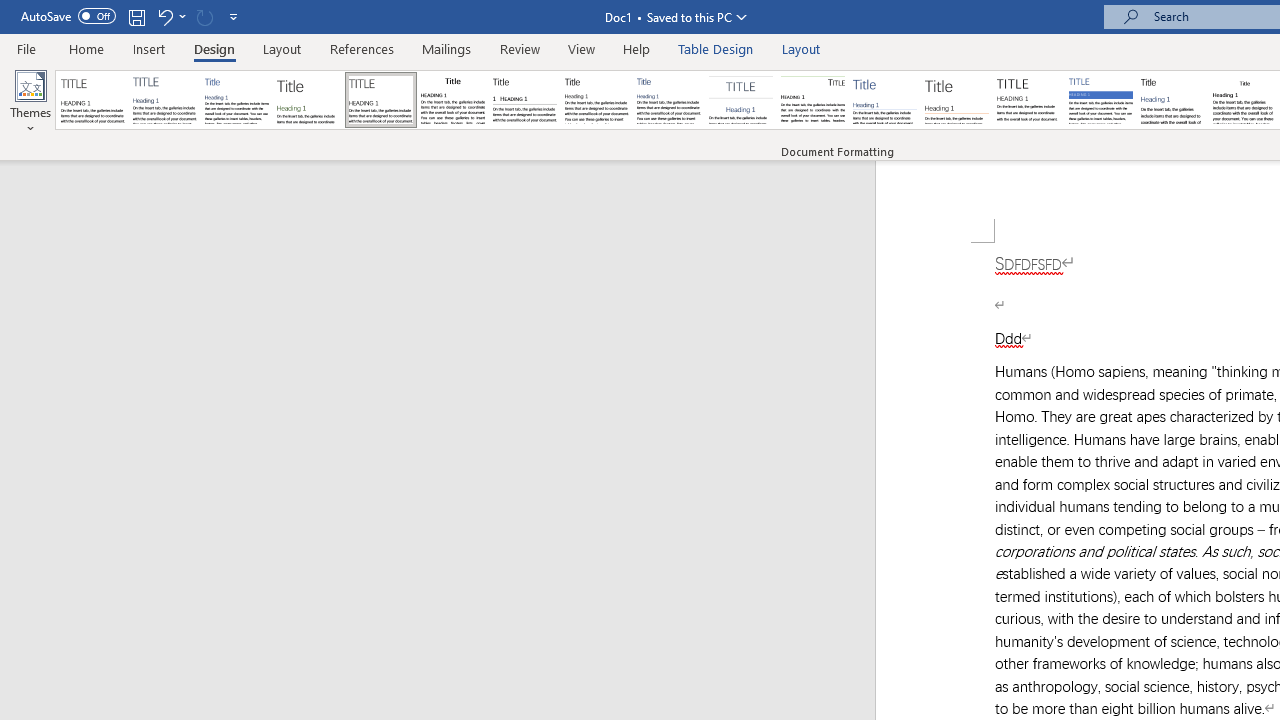 This screenshot has height=720, width=1280. I want to click on 'Basic (Elegant)', so click(165, 100).